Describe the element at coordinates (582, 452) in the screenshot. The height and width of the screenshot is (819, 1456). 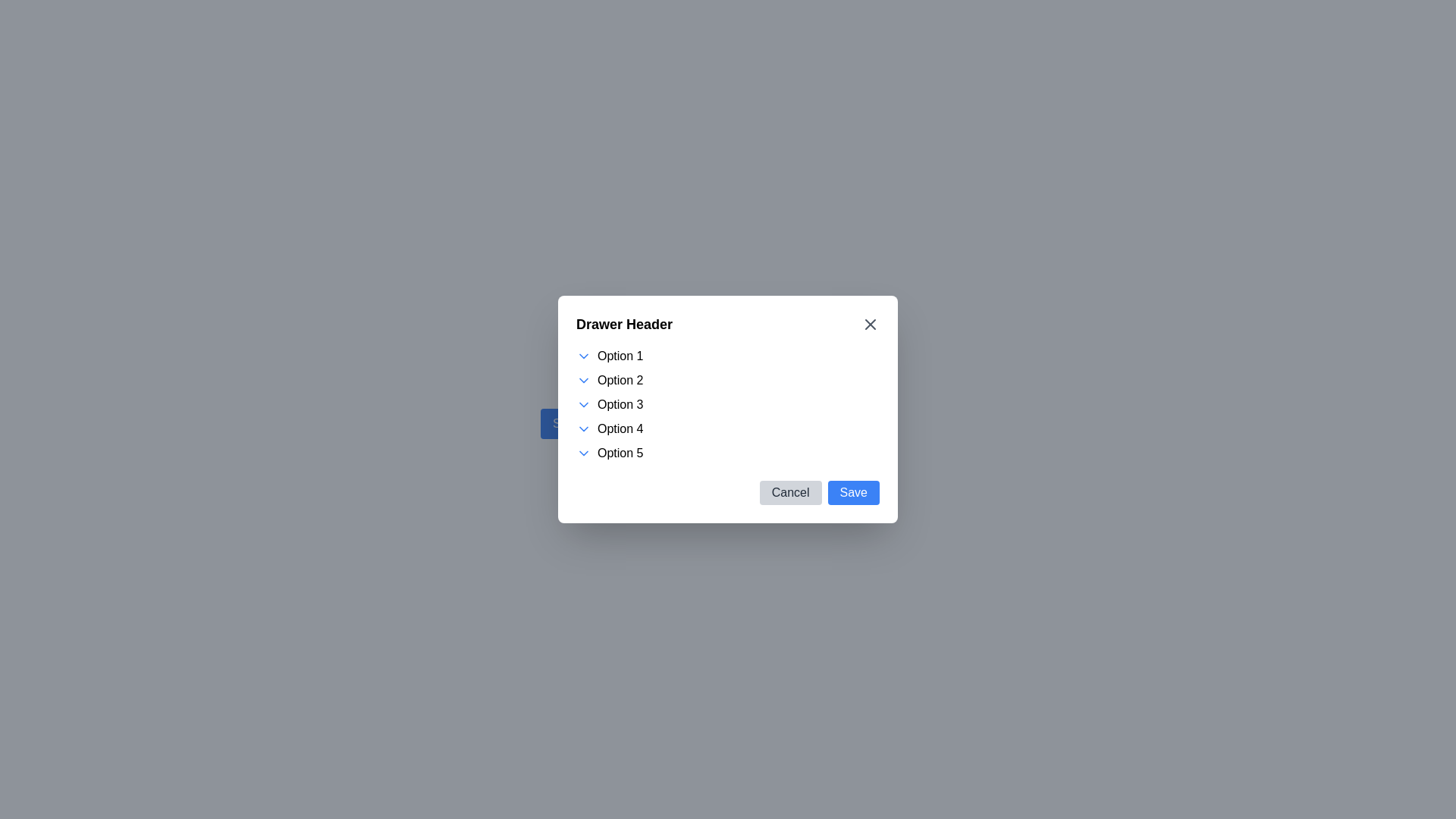
I see `the icon located to the left of the text 'Option 5'` at that location.